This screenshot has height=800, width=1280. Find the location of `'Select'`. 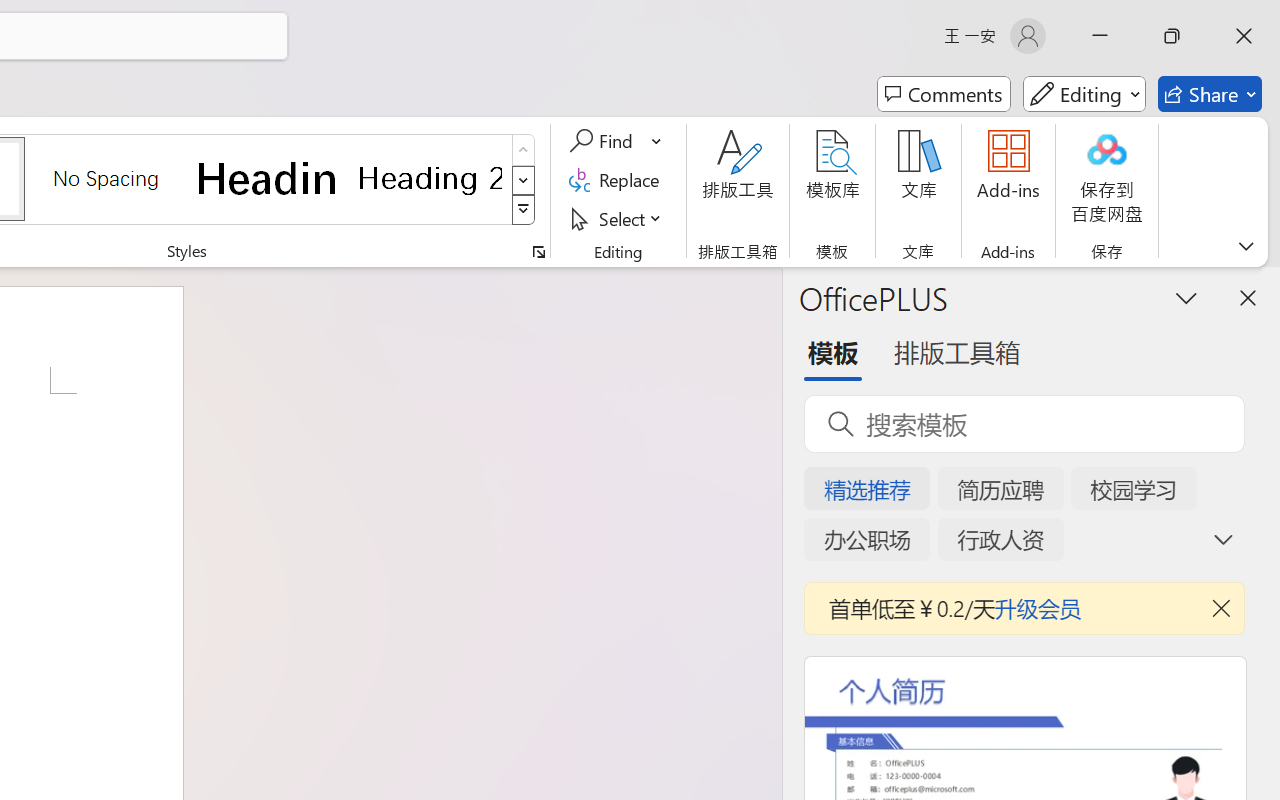

'Select' is located at coordinates (617, 218).